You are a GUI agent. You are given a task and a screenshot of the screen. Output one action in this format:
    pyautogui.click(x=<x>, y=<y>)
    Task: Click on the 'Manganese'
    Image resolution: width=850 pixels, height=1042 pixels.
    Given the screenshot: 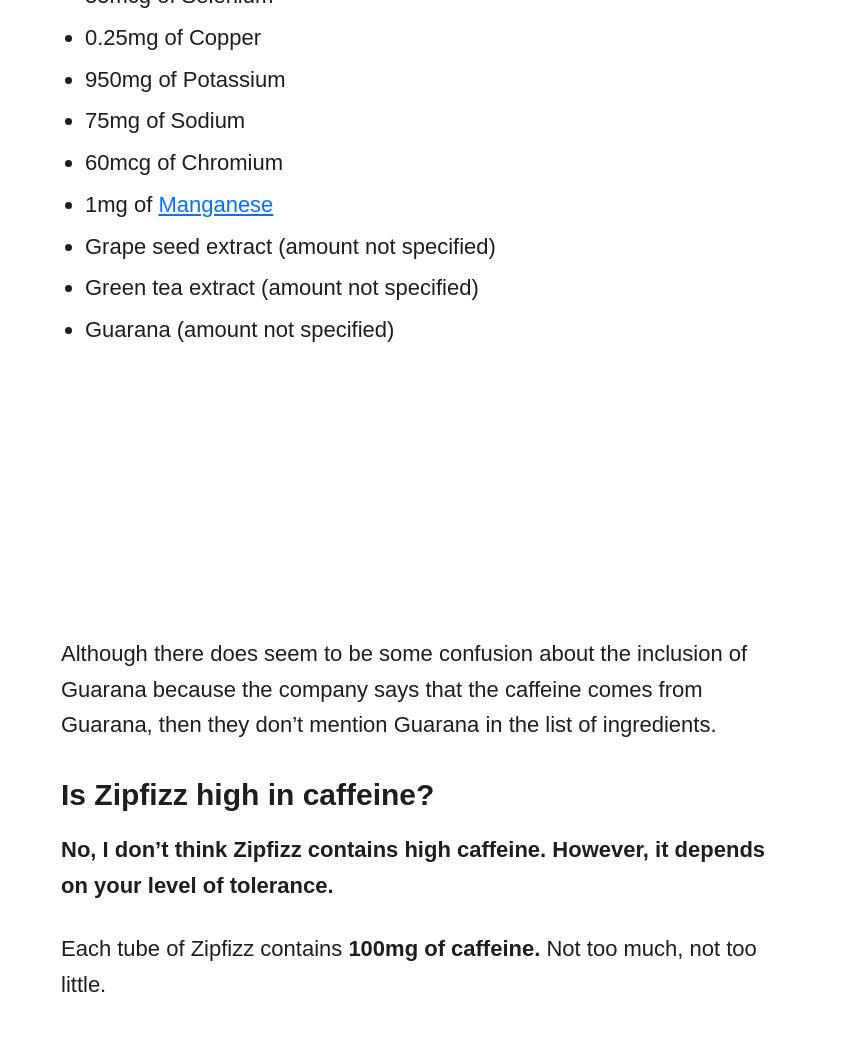 What is the action you would take?
    pyautogui.click(x=215, y=202)
    